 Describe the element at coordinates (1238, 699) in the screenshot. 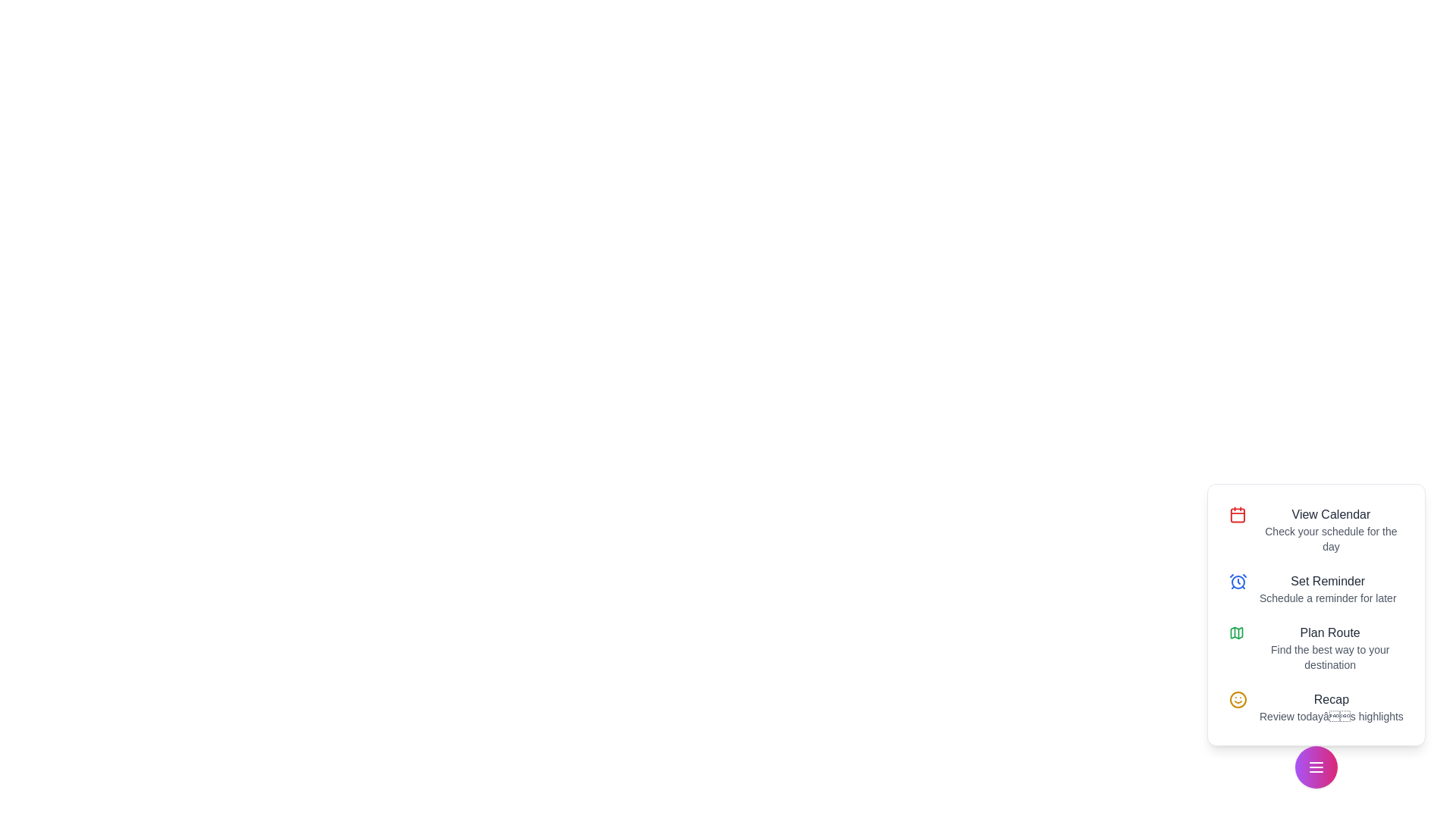

I see `the Recap icon to perform the corresponding action` at that location.